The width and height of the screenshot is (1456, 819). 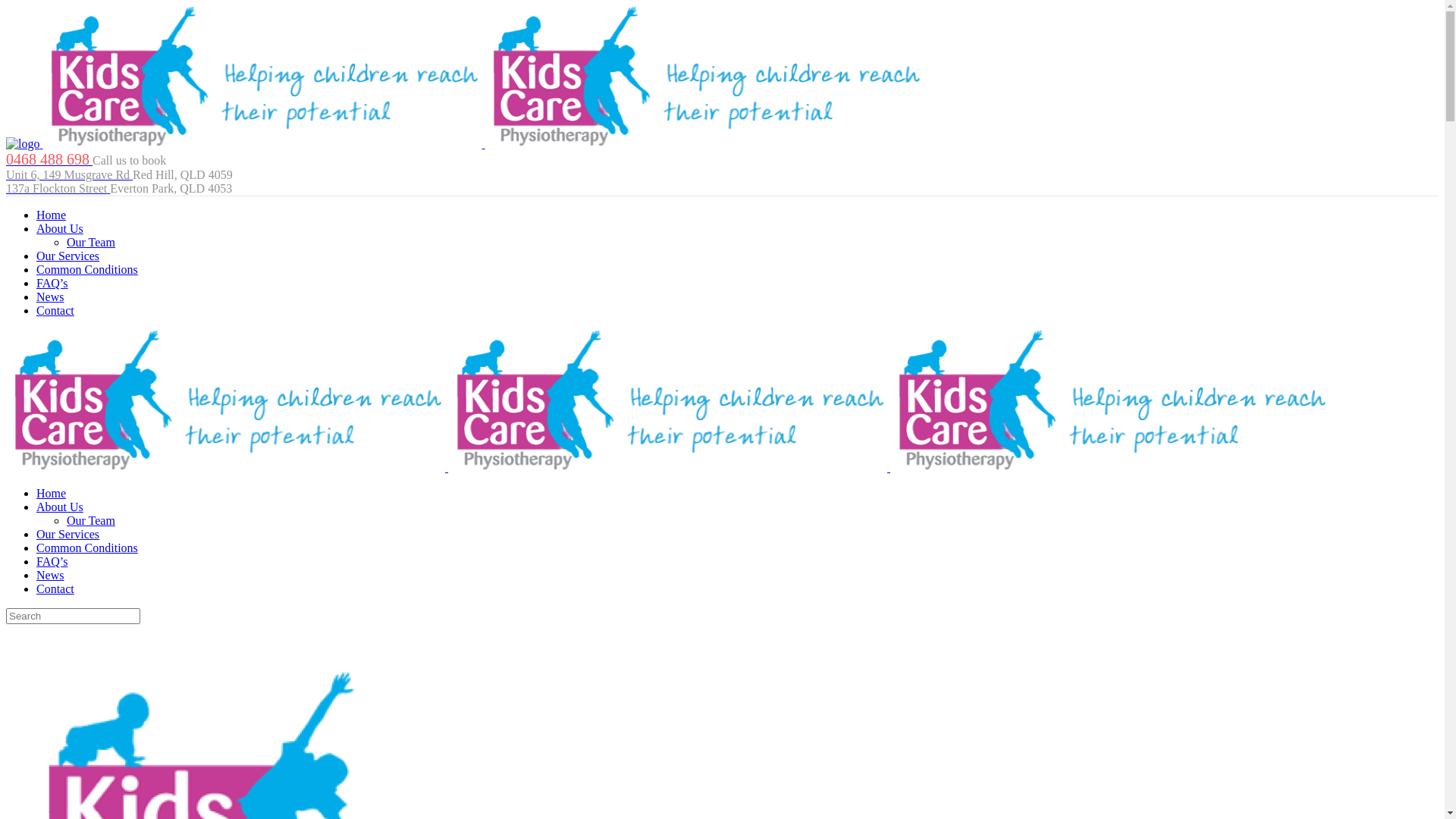 I want to click on 'News', so click(x=50, y=575).